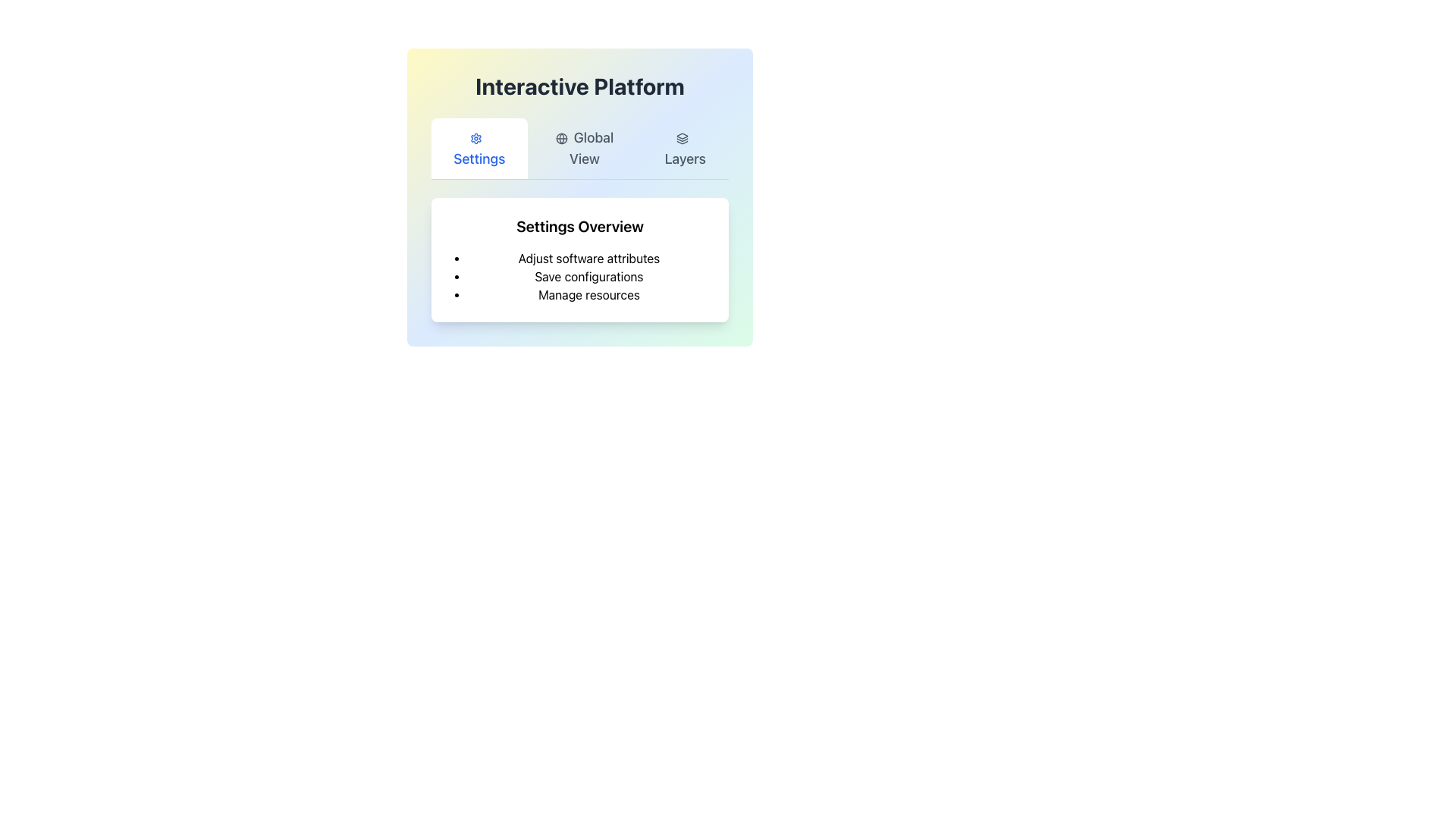 Image resolution: width=1456 pixels, height=819 pixels. What do you see at coordinates (588, 277) in the screenshot?
I see `the second item of the bullet list, 'Save configurations,' within the 'Settings Overview' box for further action` at bounding box center [588, 277].